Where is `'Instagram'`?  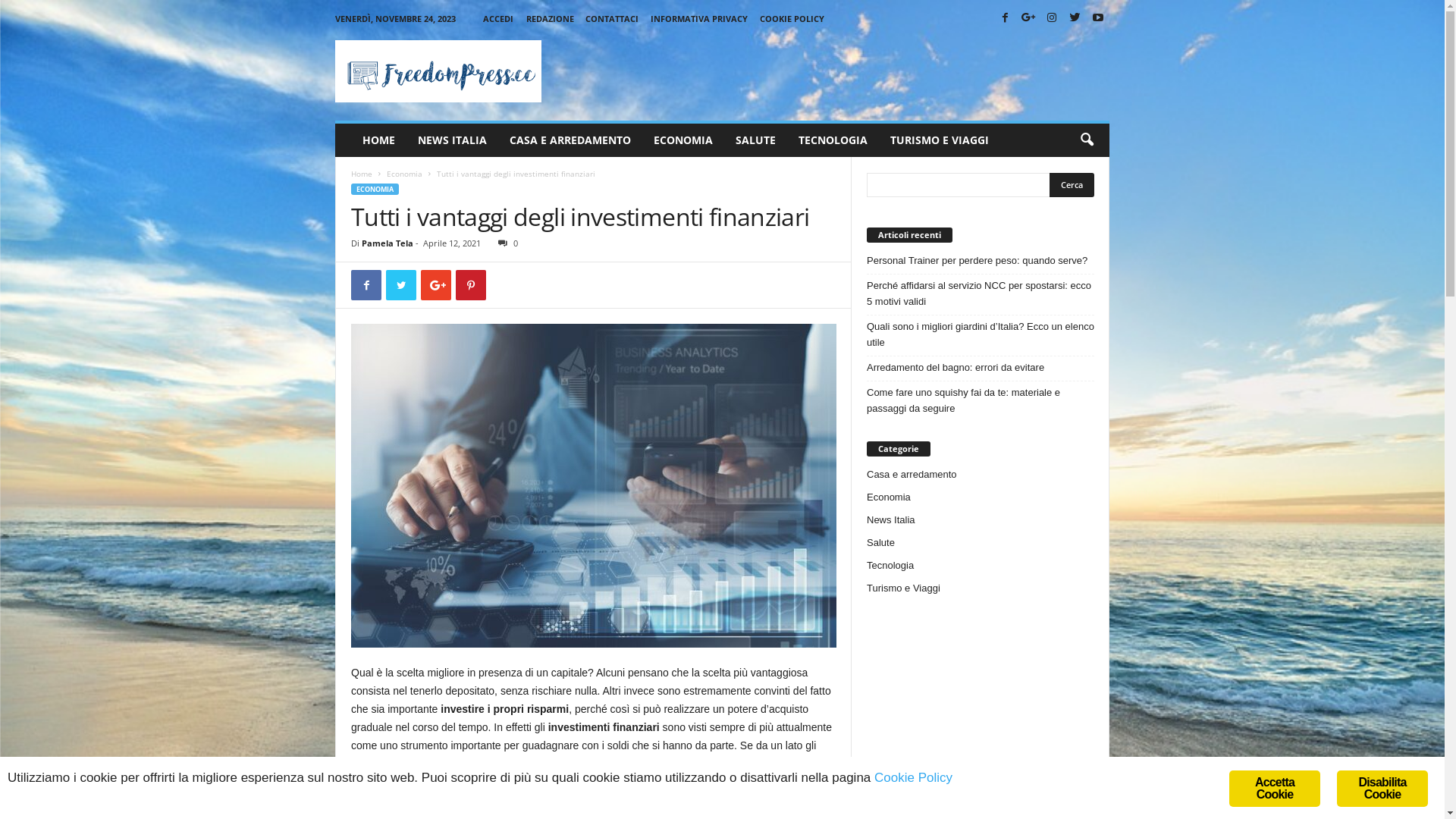
'Instagram' is located at coordinates (1051, 18).